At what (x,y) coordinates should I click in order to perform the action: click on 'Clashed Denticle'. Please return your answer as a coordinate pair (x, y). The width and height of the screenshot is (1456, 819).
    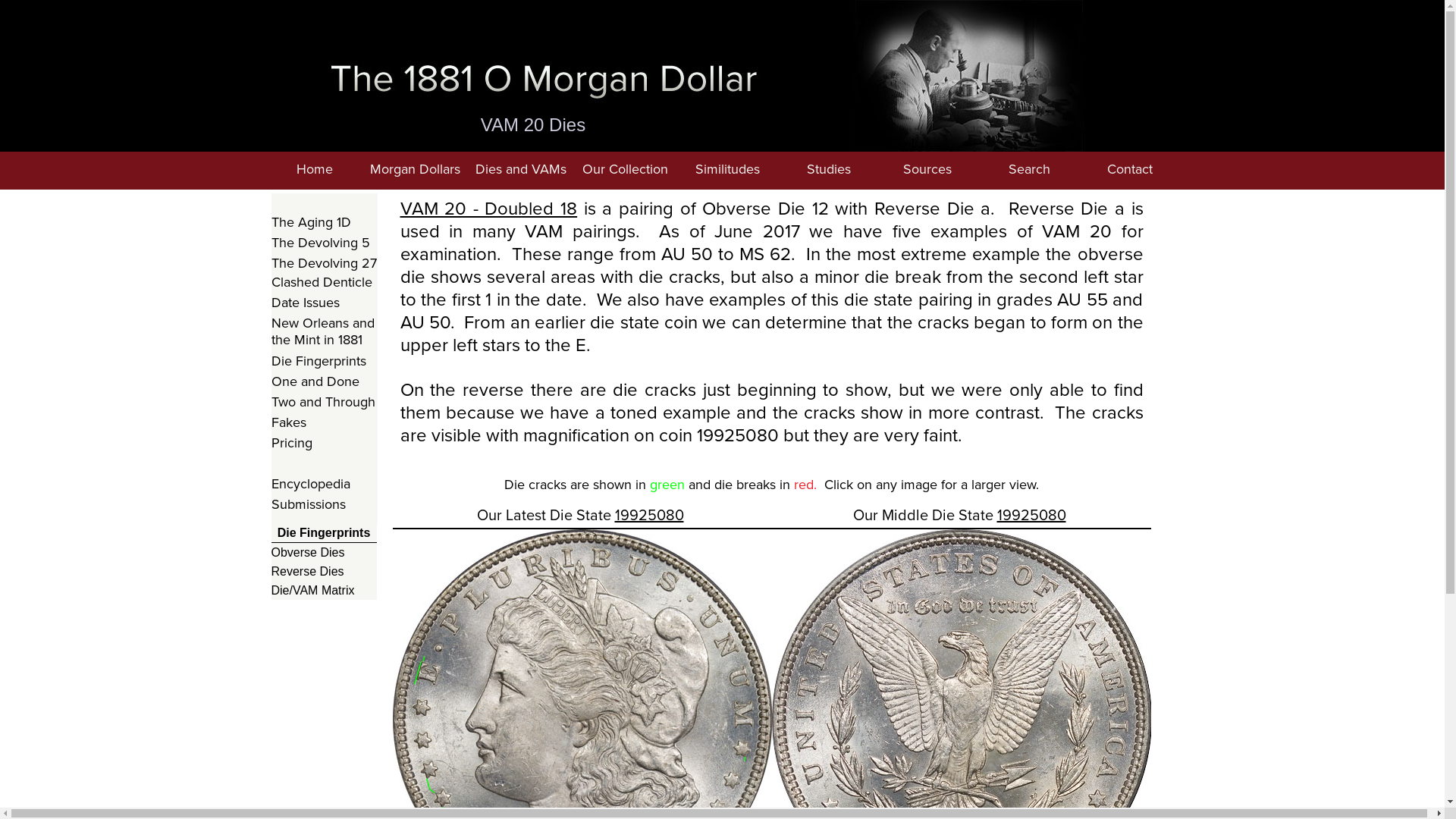
    Looking at the image, I should click on (323, 282).